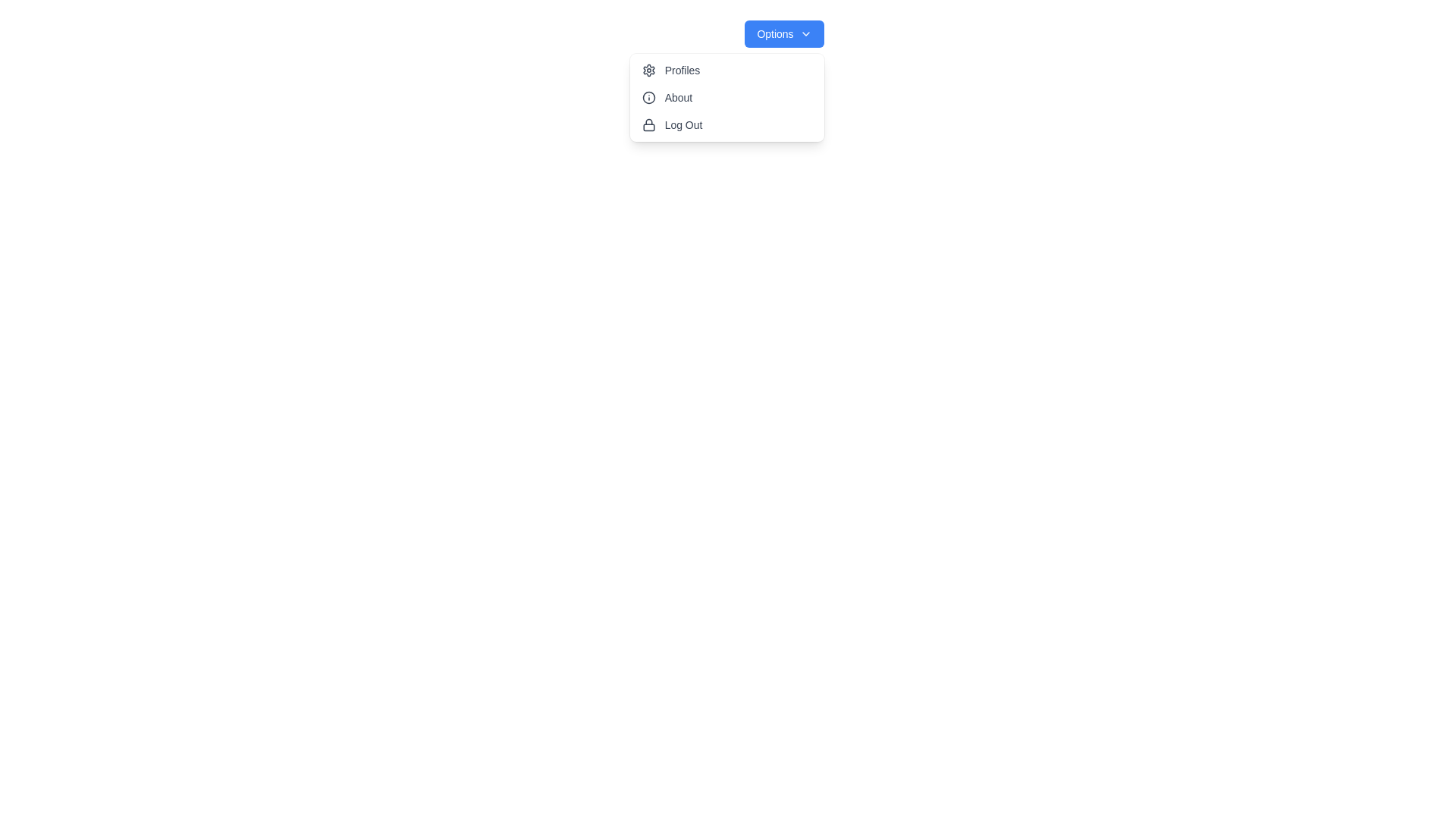  I want to click on the lock icon that is located to the left of the 'Log Out' text in the vertical dropdown menu, so click(648, 124).